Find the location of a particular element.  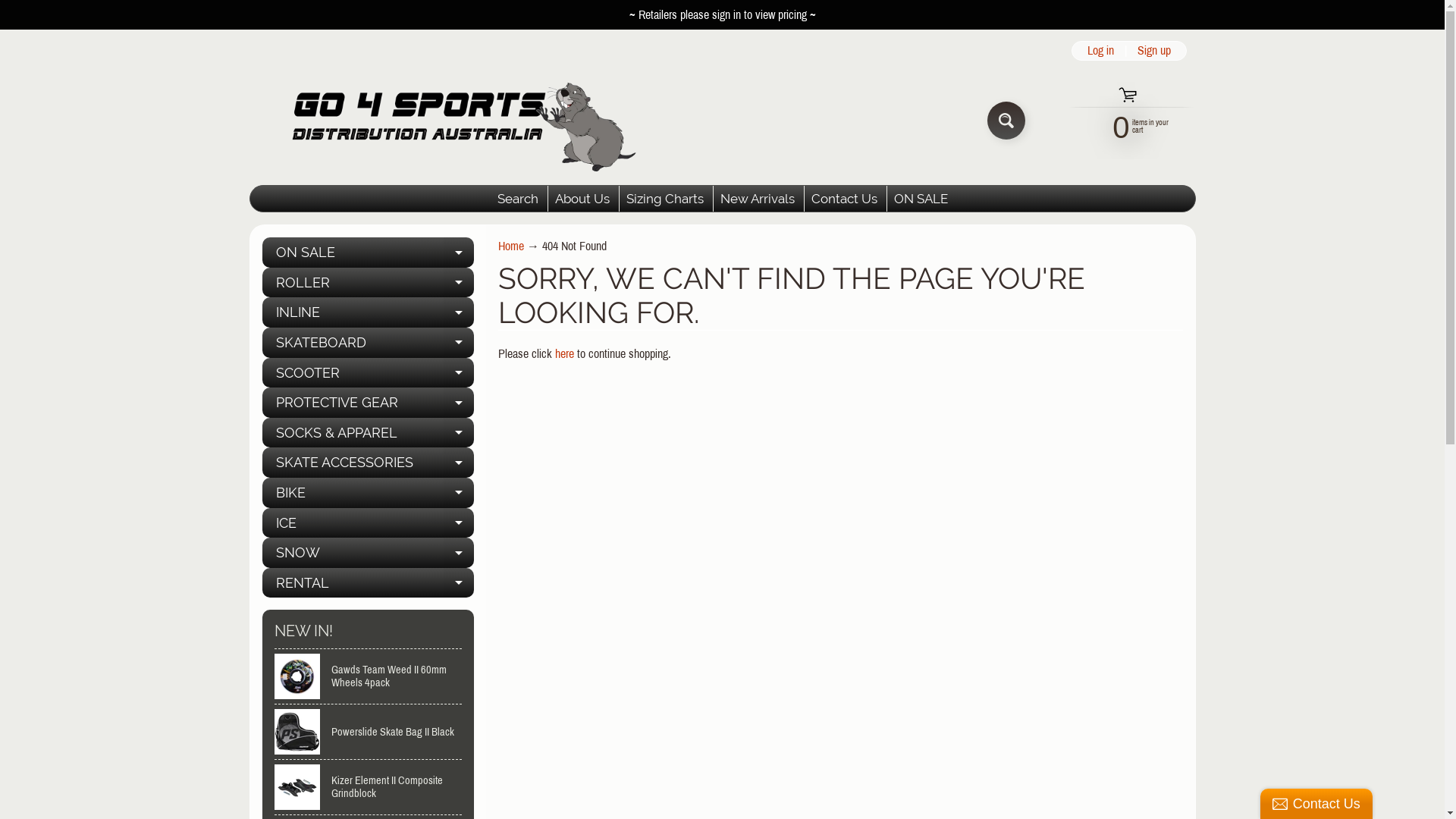

'EXPAND CHILD MENU' is located at coordinates (443, 432).